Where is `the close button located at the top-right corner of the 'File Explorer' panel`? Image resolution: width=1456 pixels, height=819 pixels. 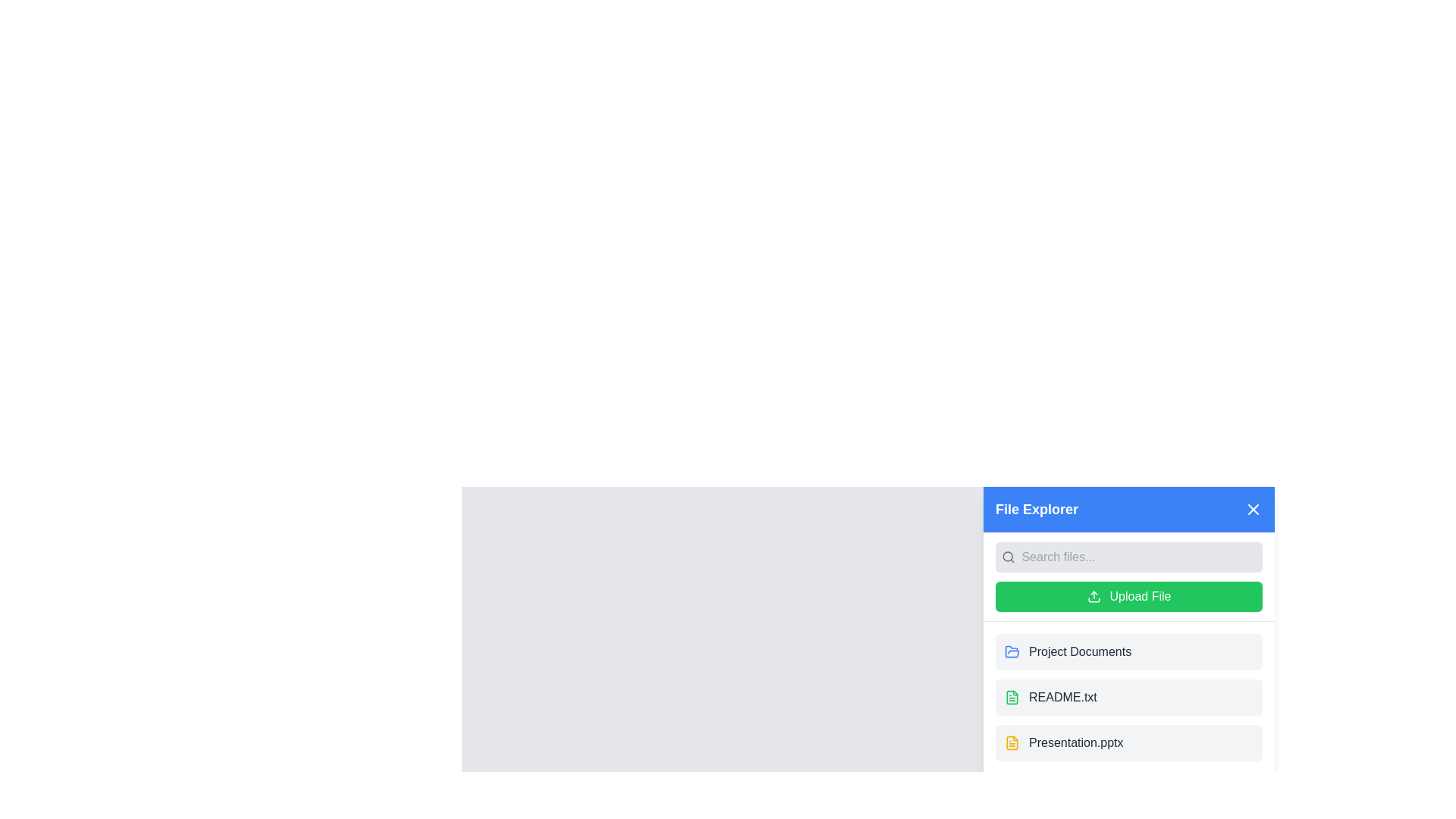 the close button located at the top-right corner of the 'File Explorer' panel is located at coordinates (1253, 509).